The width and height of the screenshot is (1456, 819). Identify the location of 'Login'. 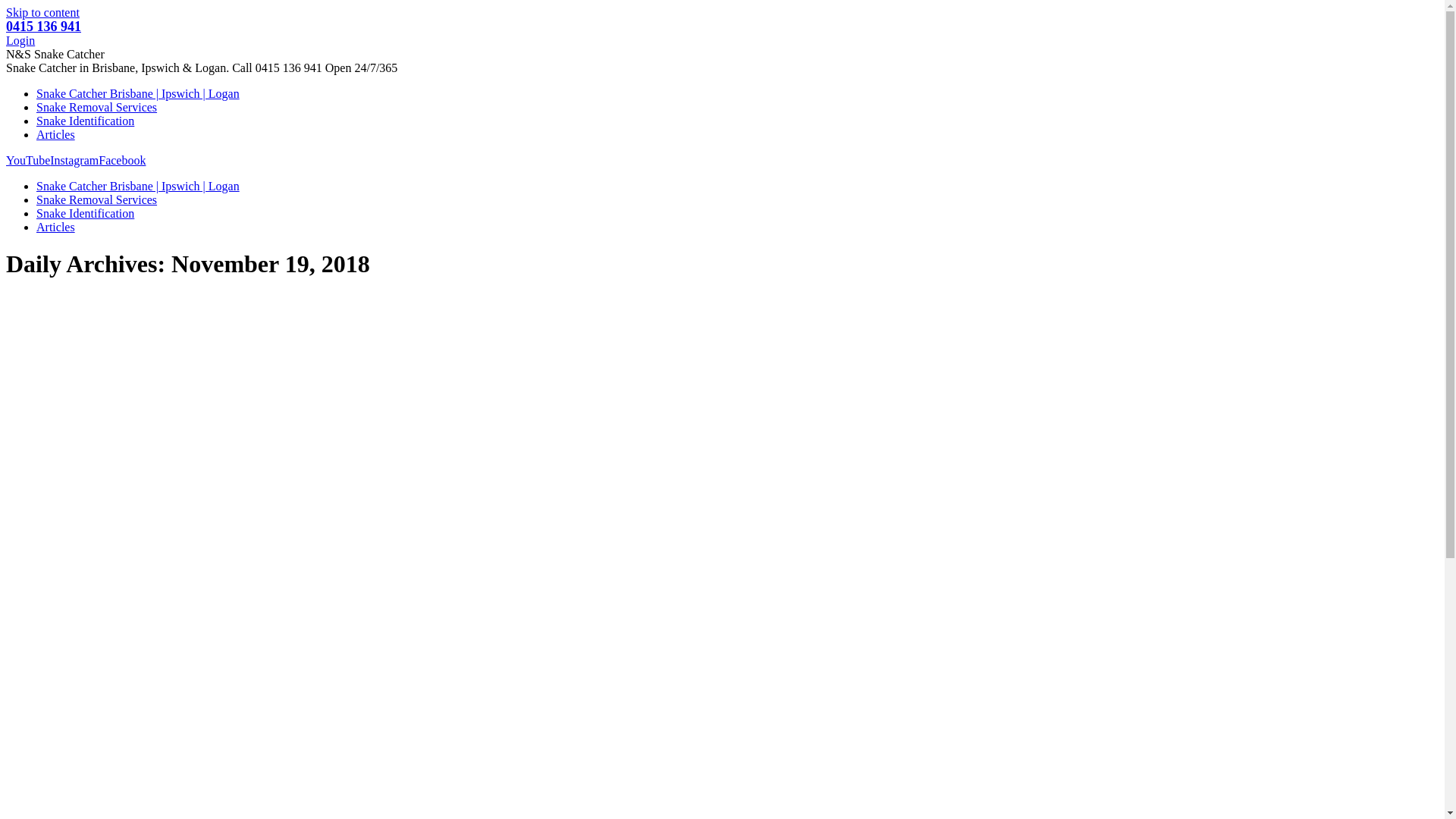
(20, 39).